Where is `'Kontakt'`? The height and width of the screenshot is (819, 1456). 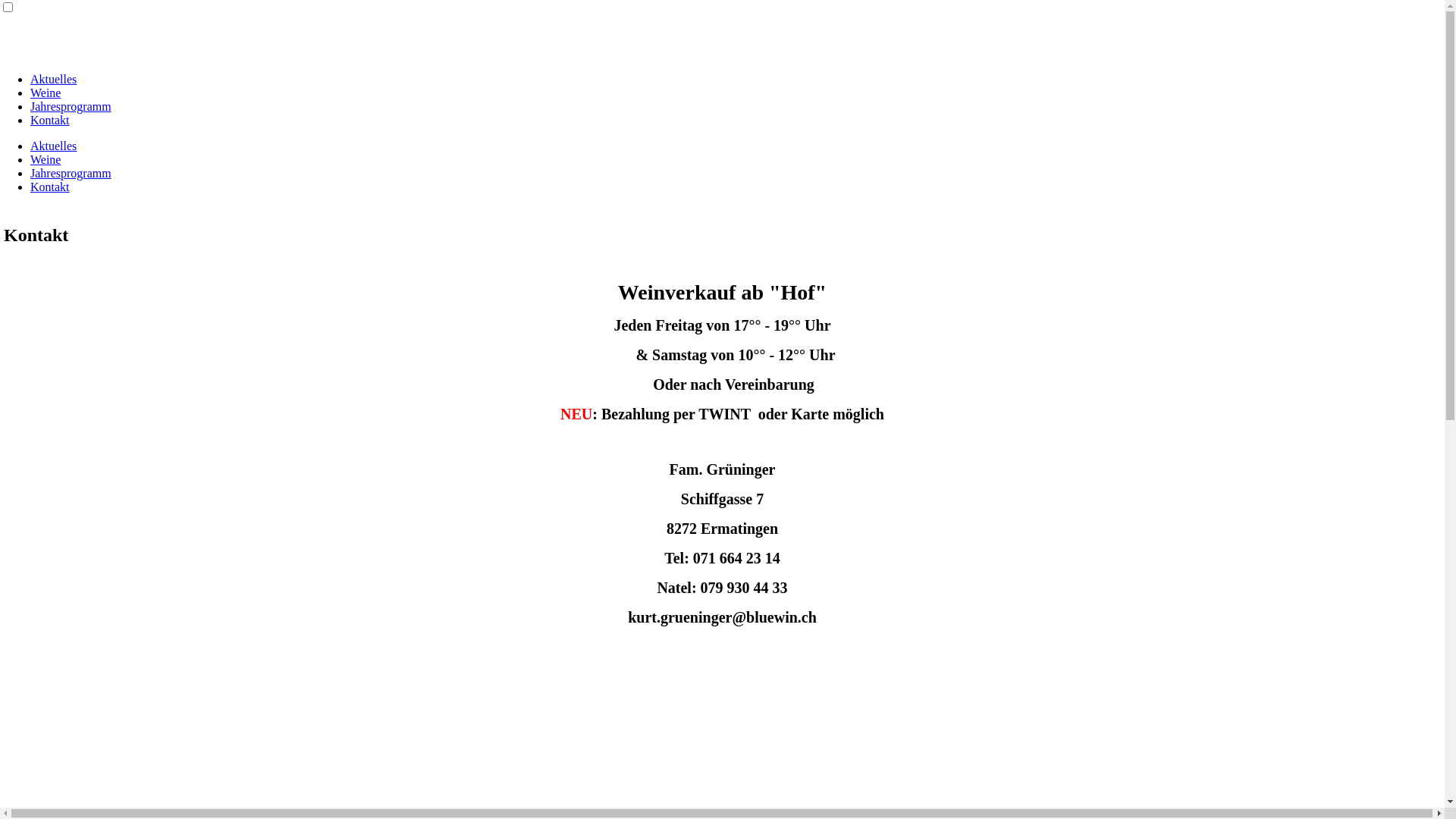
'Kontakt' is located at coordinates (50, 186).